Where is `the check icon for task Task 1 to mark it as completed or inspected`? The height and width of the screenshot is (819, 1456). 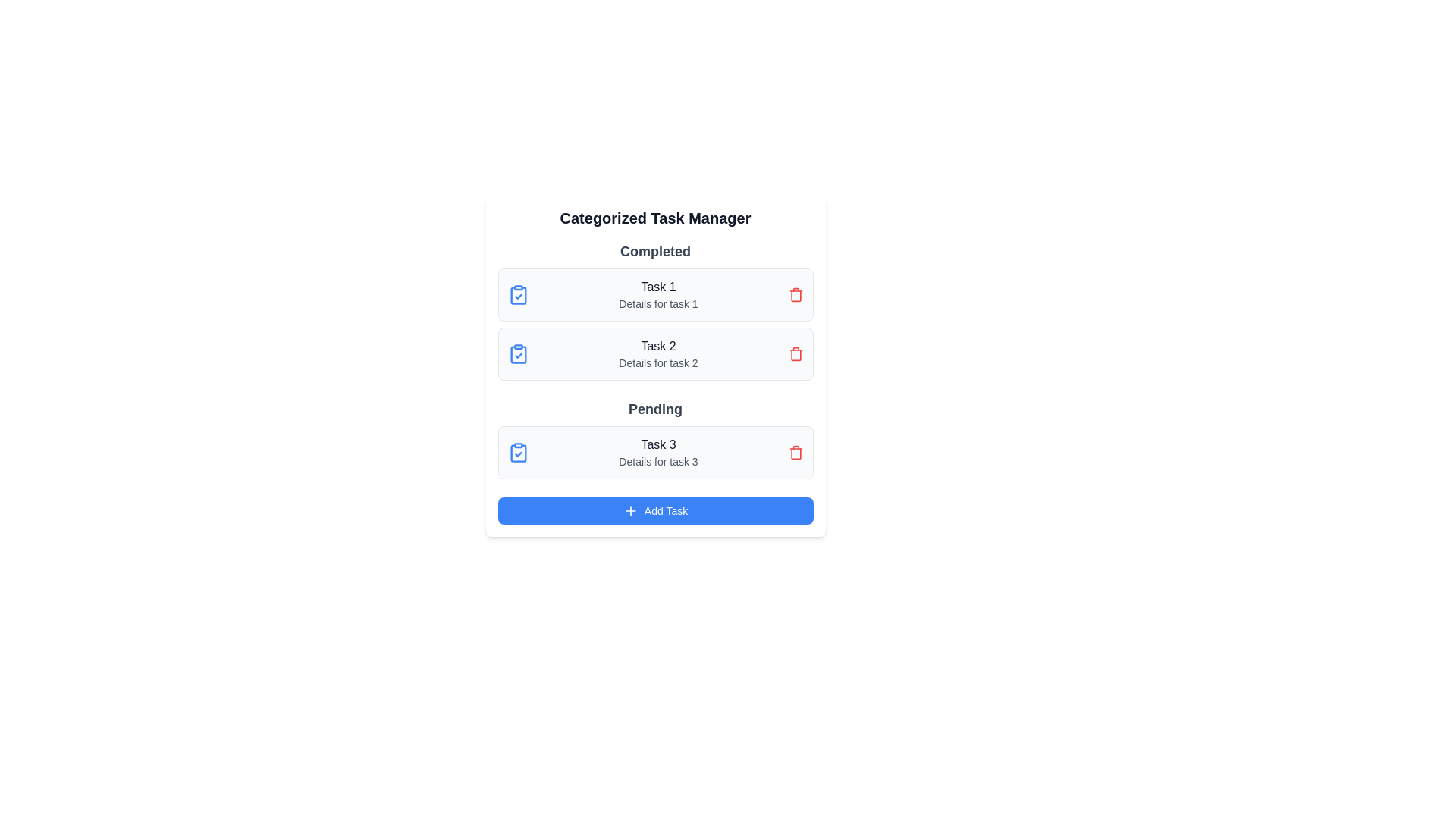
the check icon for task Task 1 to mark it as completed or inspected is located at coordinates (518, 295).